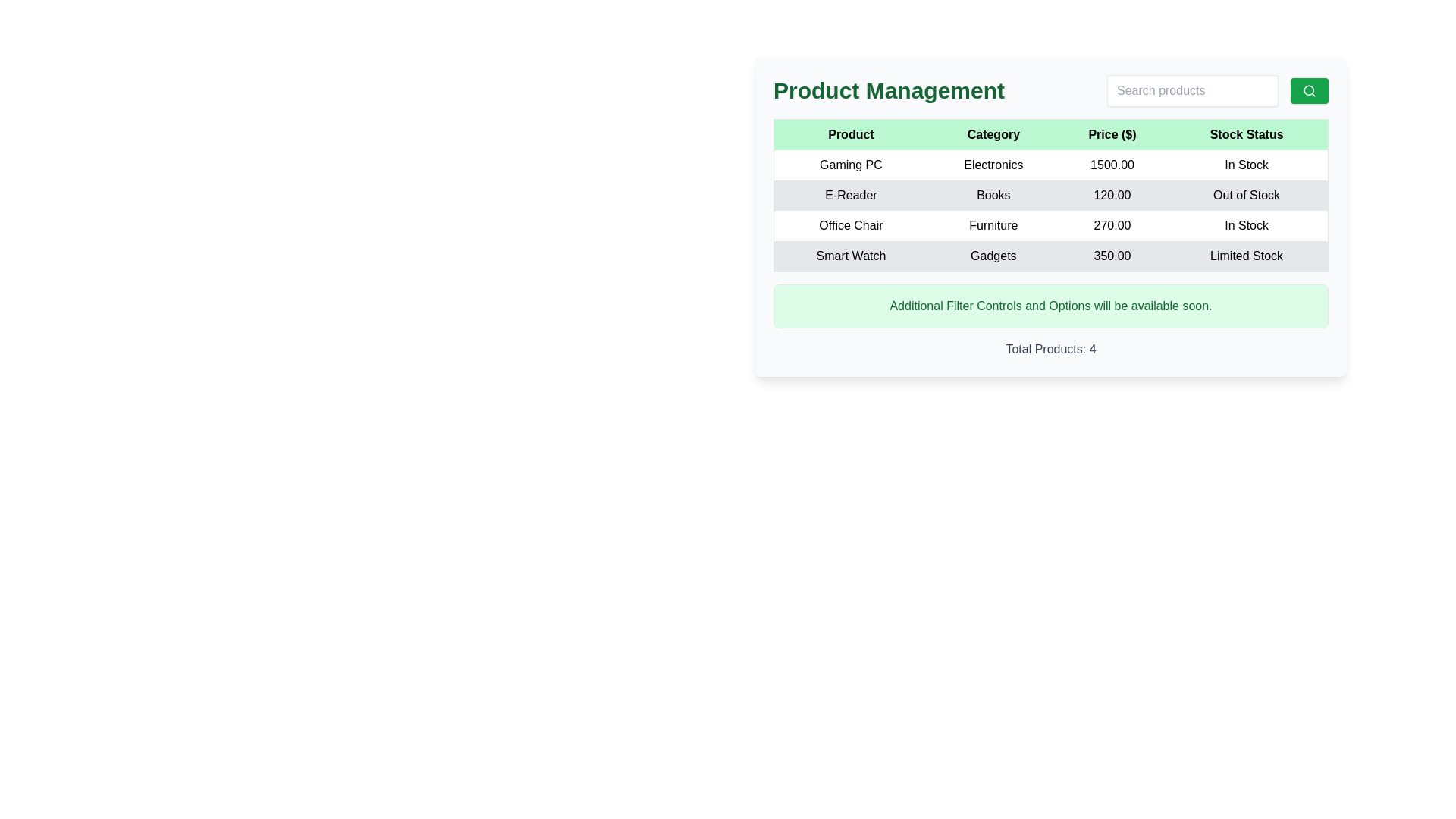 The image size is (1456, 819). Describe the element at coordinates (993, 195) in the screenshot. I see `the text label in the 'Category' column of the second row that indicates the product 'E-Reader' as 'Books'` at that location.